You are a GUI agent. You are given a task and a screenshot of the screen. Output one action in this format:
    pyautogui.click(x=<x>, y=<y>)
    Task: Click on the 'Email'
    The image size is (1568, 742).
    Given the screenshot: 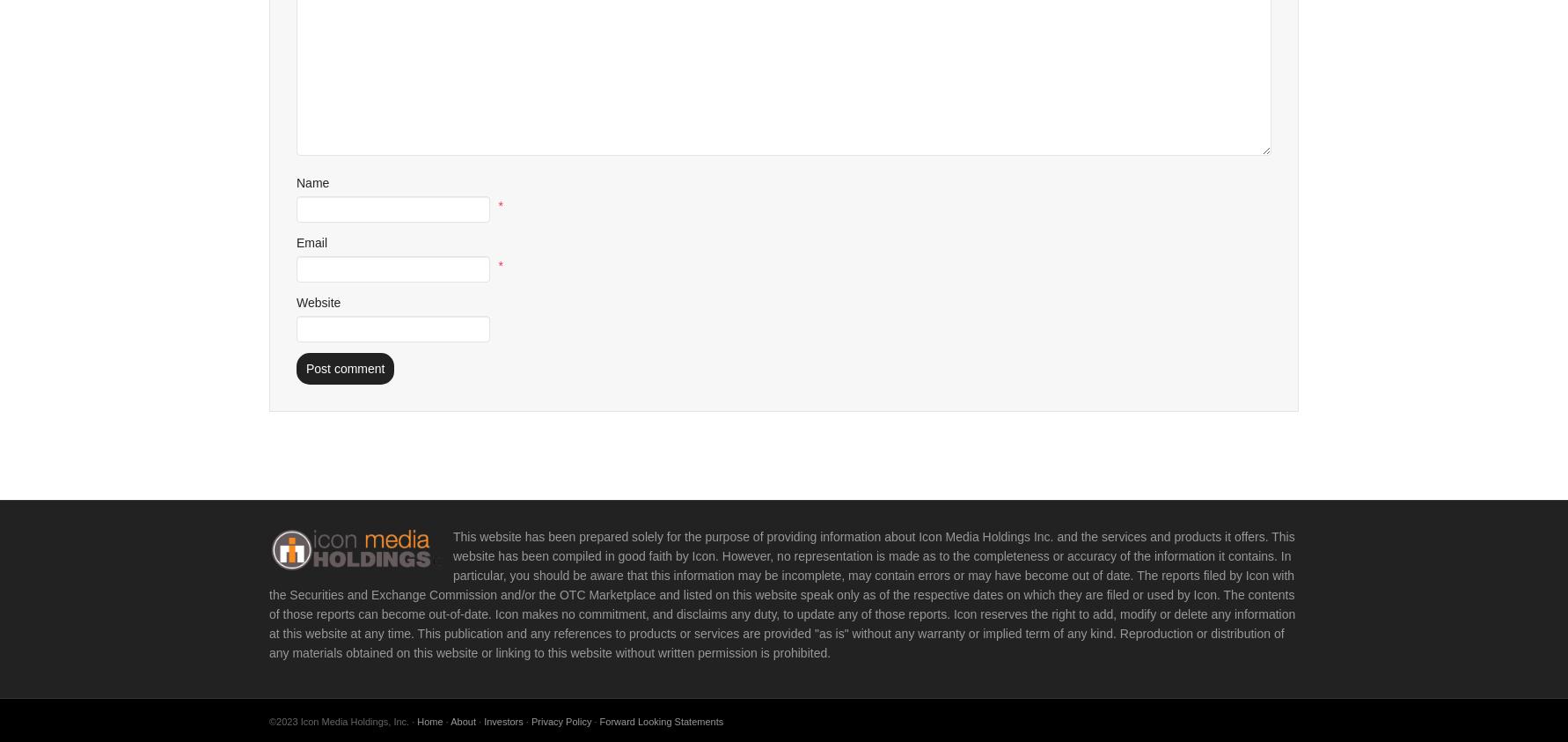 What is the action you would take?
    pyautogui.click(x=295, y=241)
    